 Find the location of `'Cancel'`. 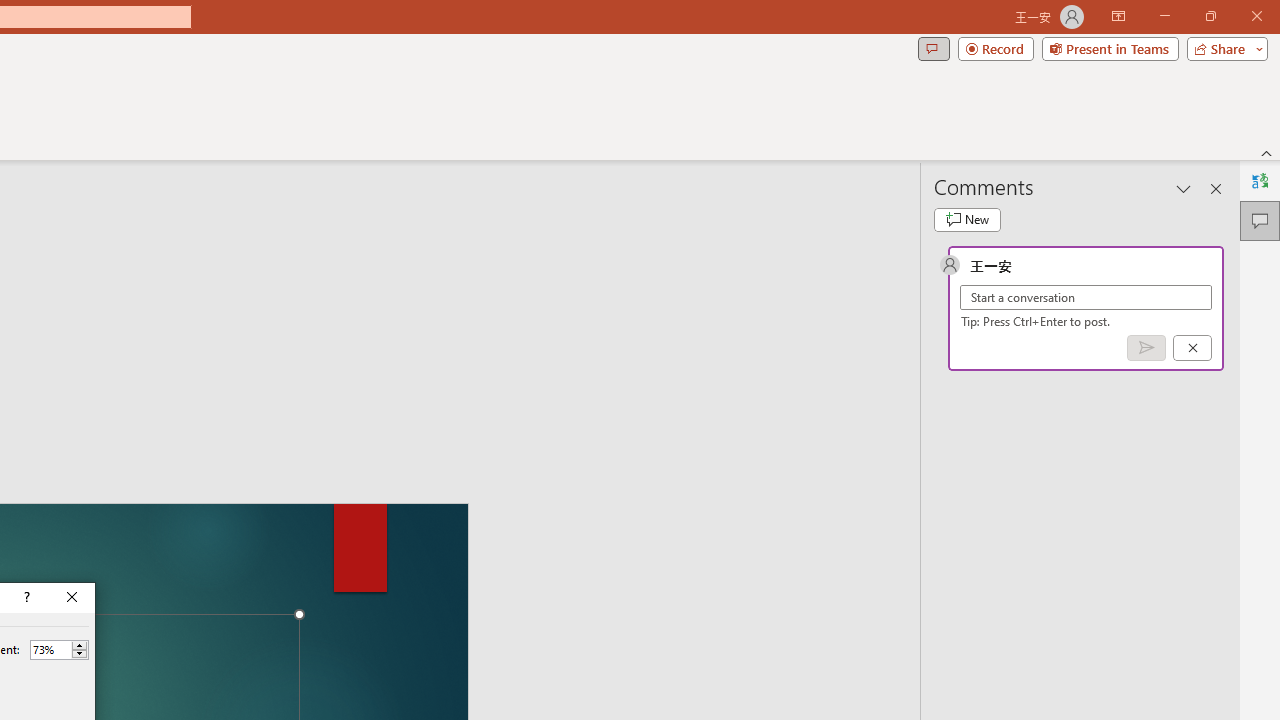

'Cancel' is located at coordinates (1192, 346).